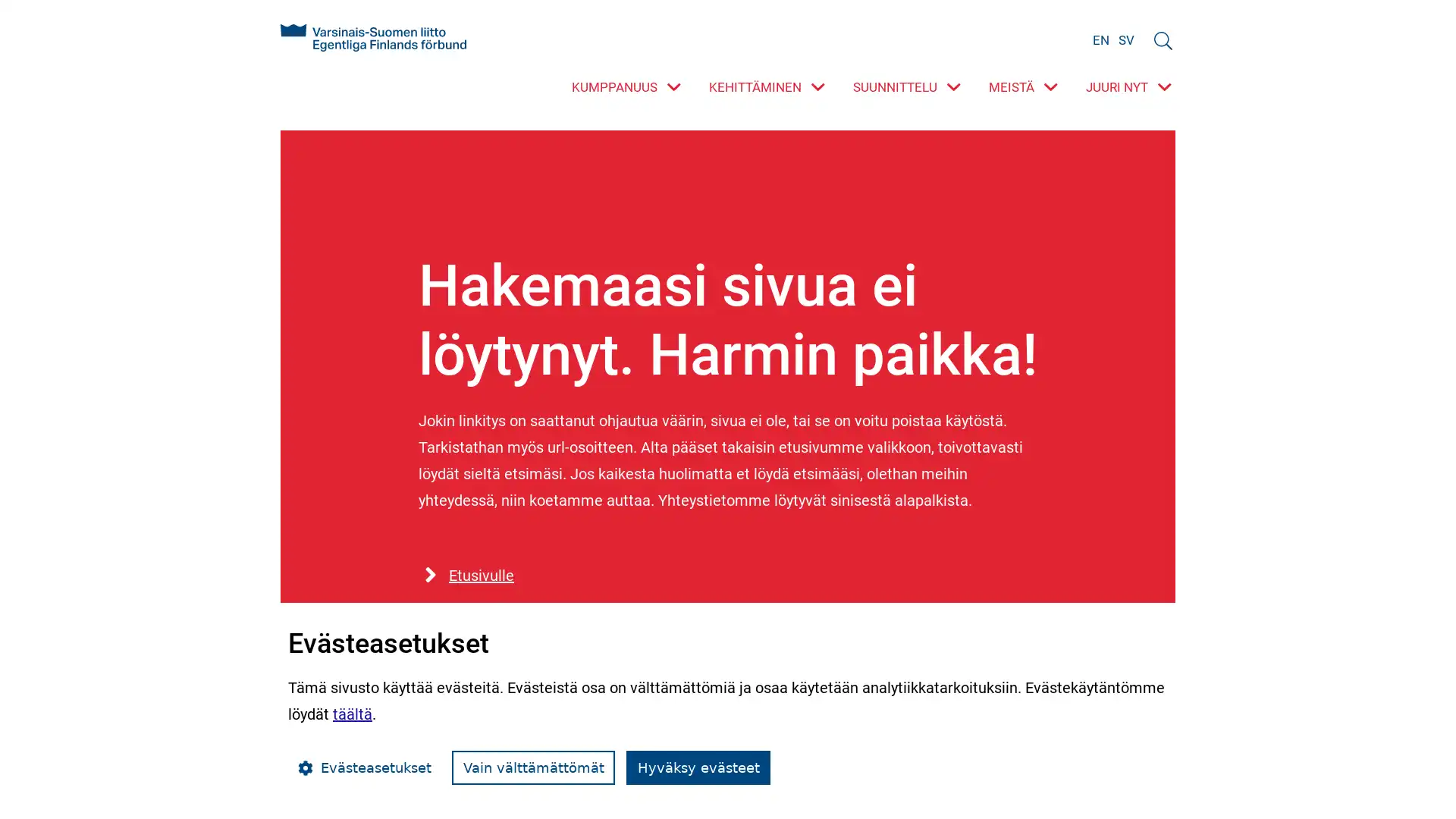 Image resolution: width=1456 pixels, height=819 pixels. Describe the element at coordinates (364, 767) in the screenshot. I see `Evasteasetukset` at that location.